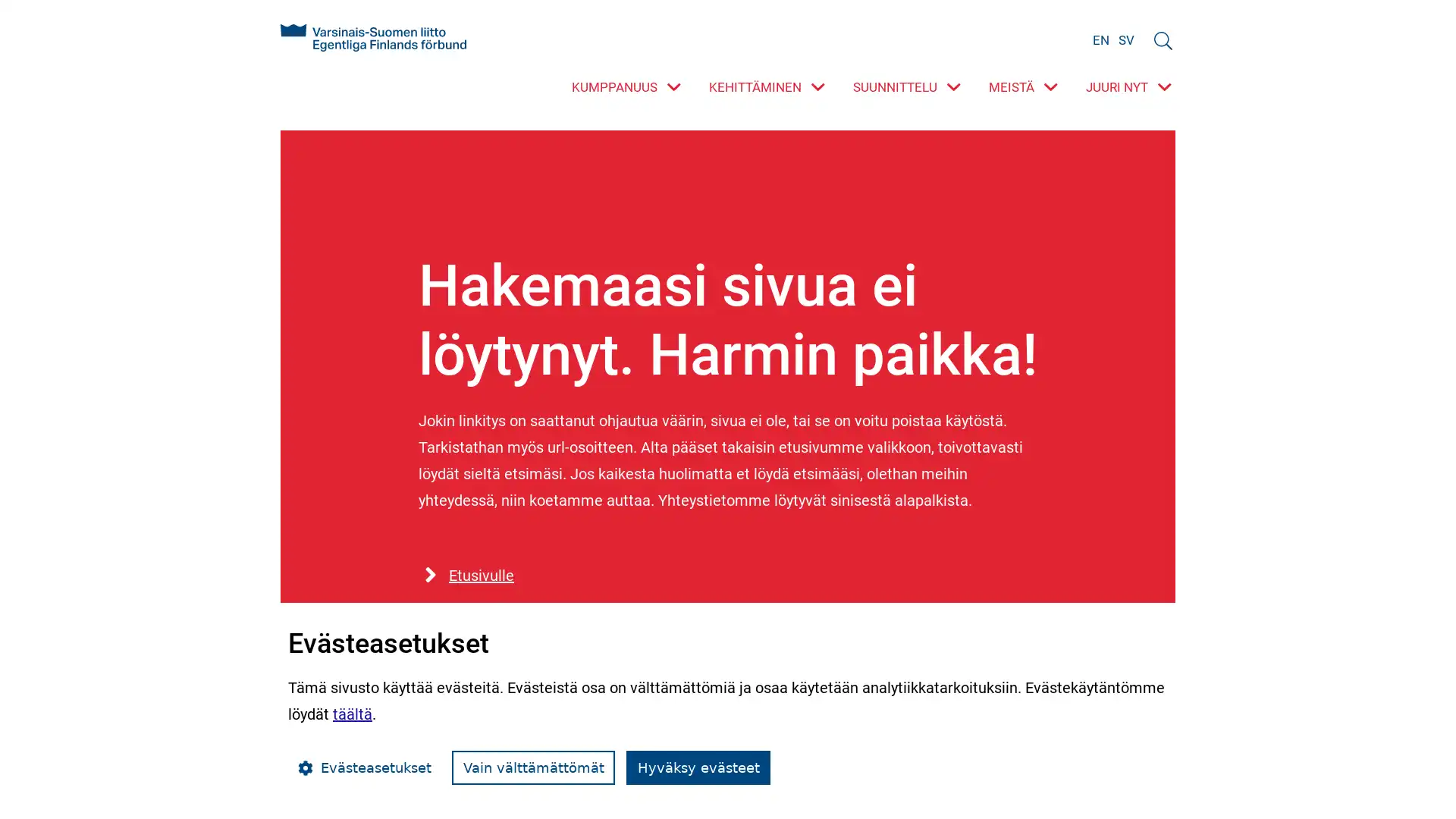 Image resolution: width=1456 pixels, height=819 pixels. Describe the element at coordinates (364, 767) in the screenshot. I see `Evasteasetukset` at that location.